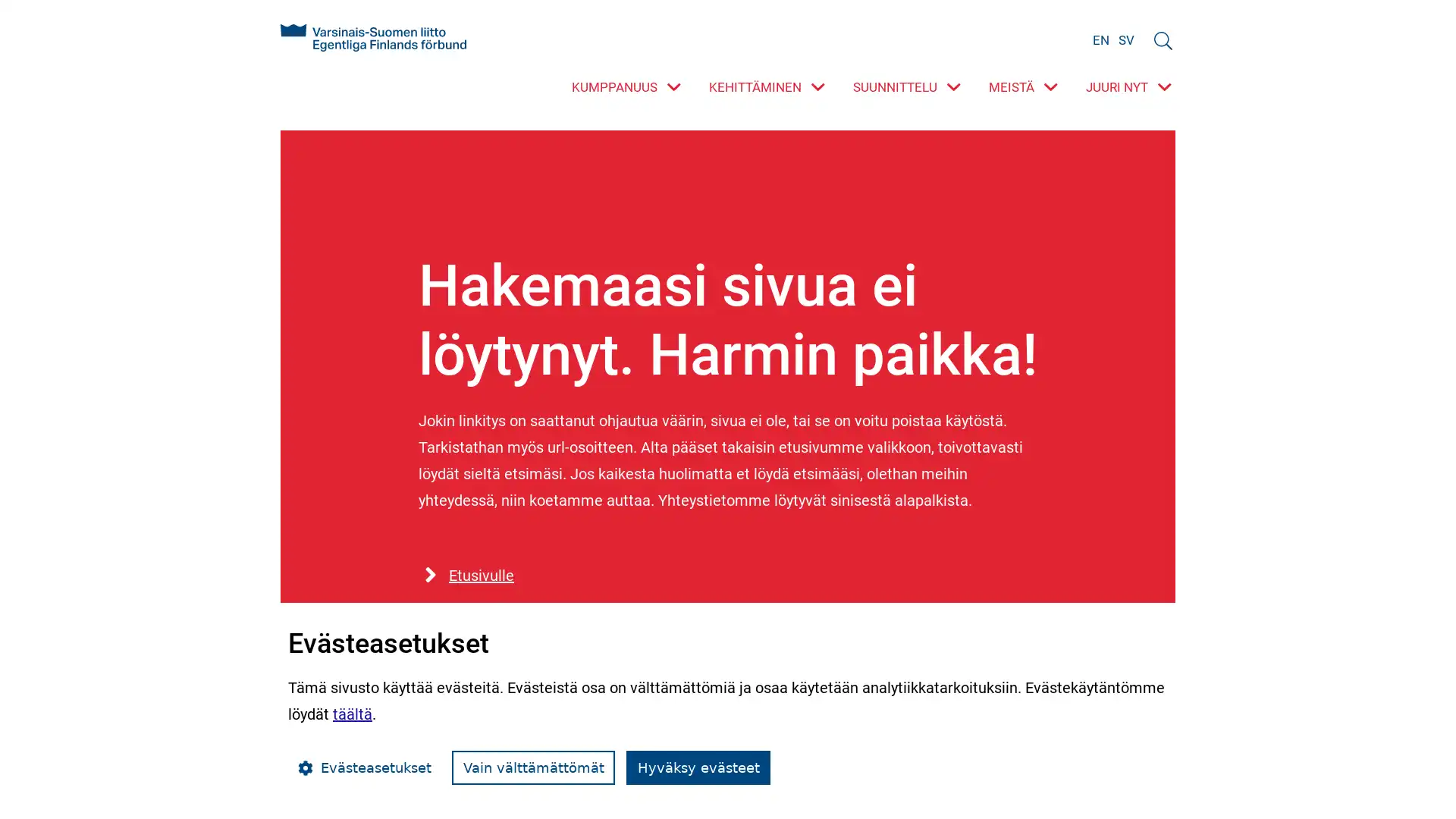 Image resolution: width=1456 pixels, height=819 pixels. Describe the element at coordinates (364, 767) in the screenshot. I see `Evasteasetukset` at that location.